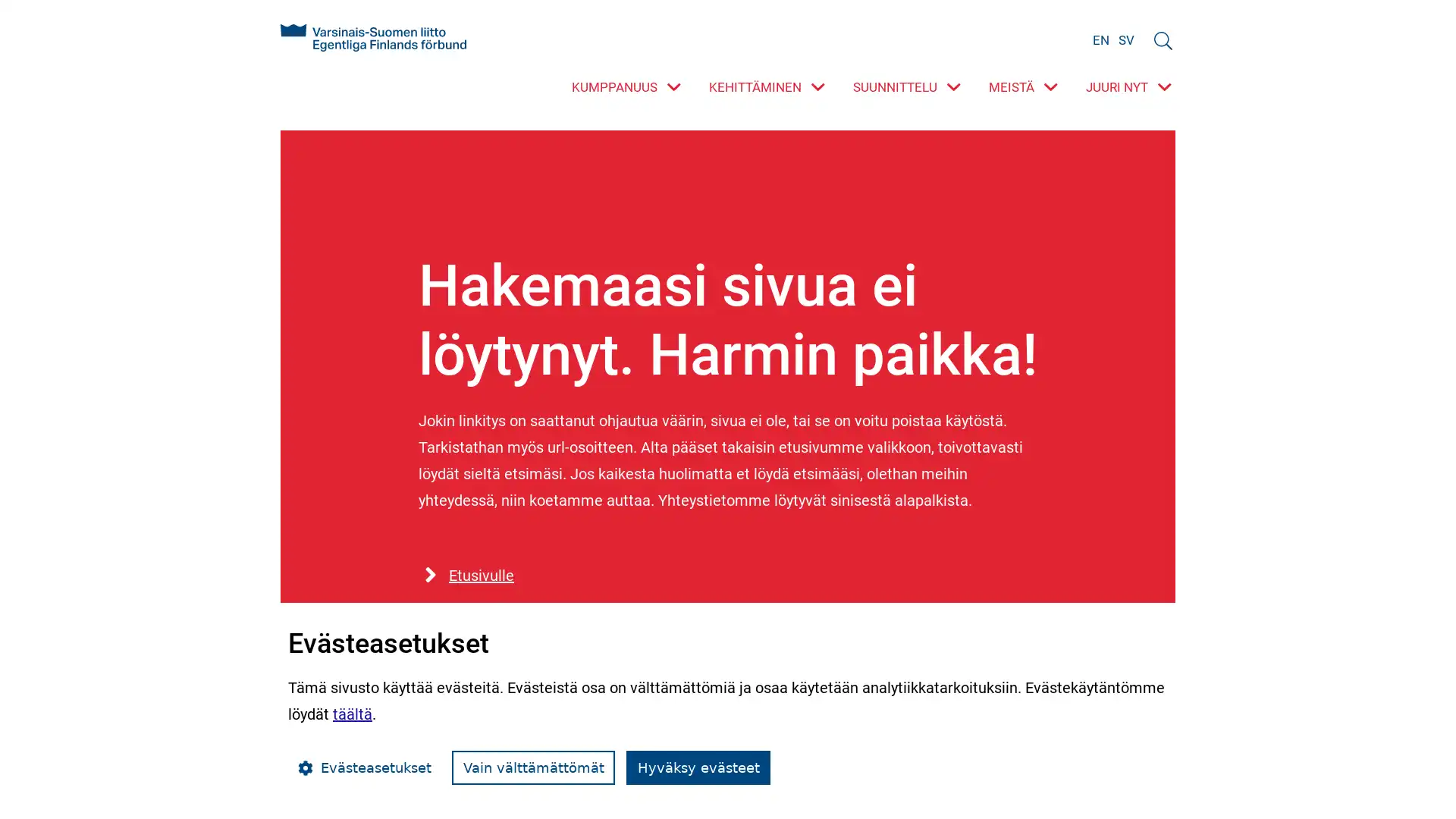 Image resolution: width=1456 pixels, height=819 pixels. Describe the element at coordinates (364, 767) in the screenshot. I see `Evasteasetukset` at that location.